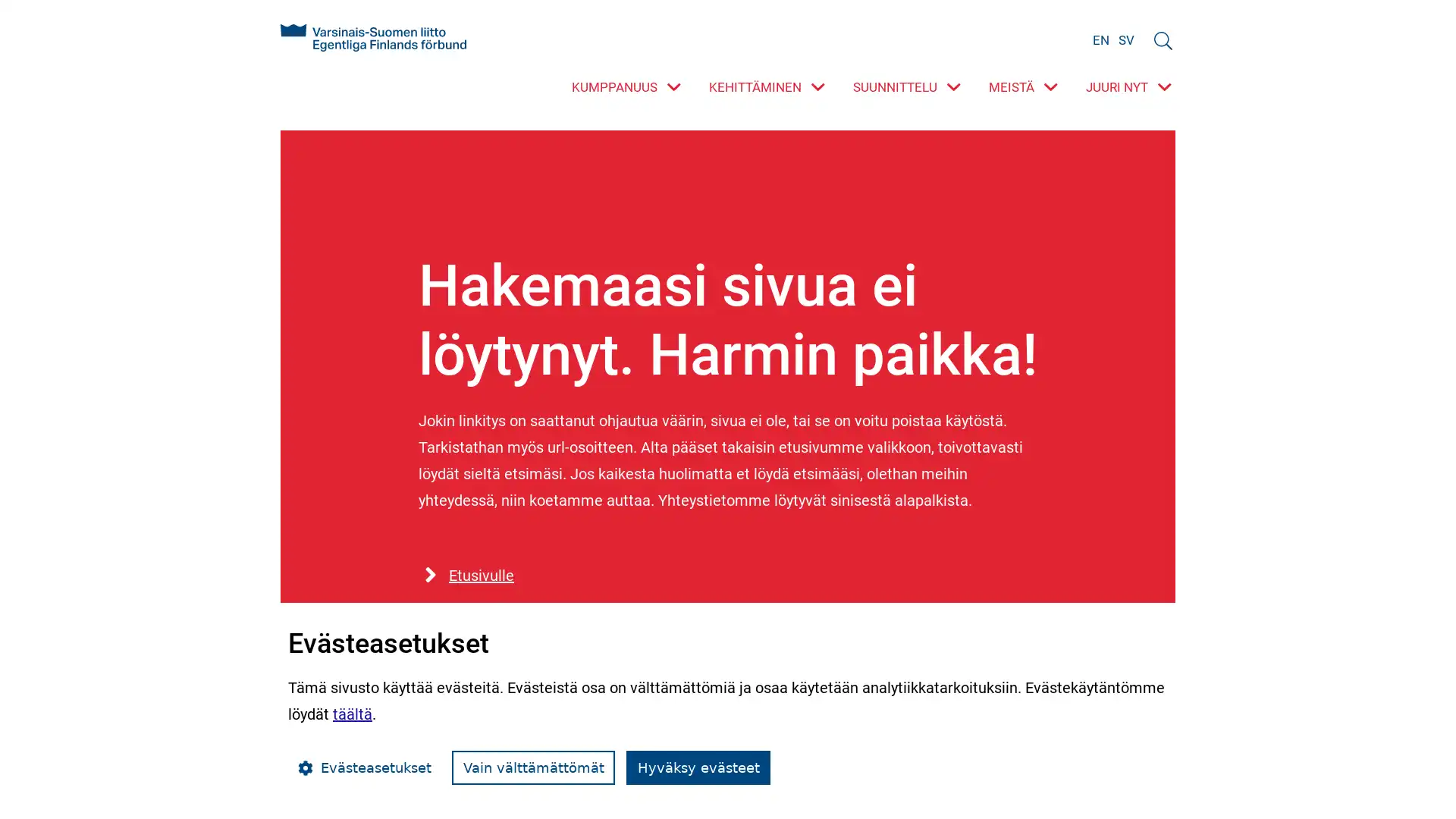 Image resolution: width=1456 pixels, height=819 pixels. Describe the element at coordinates (364, 767) in the screenshot. I see `Evasteasetukset` at that location.